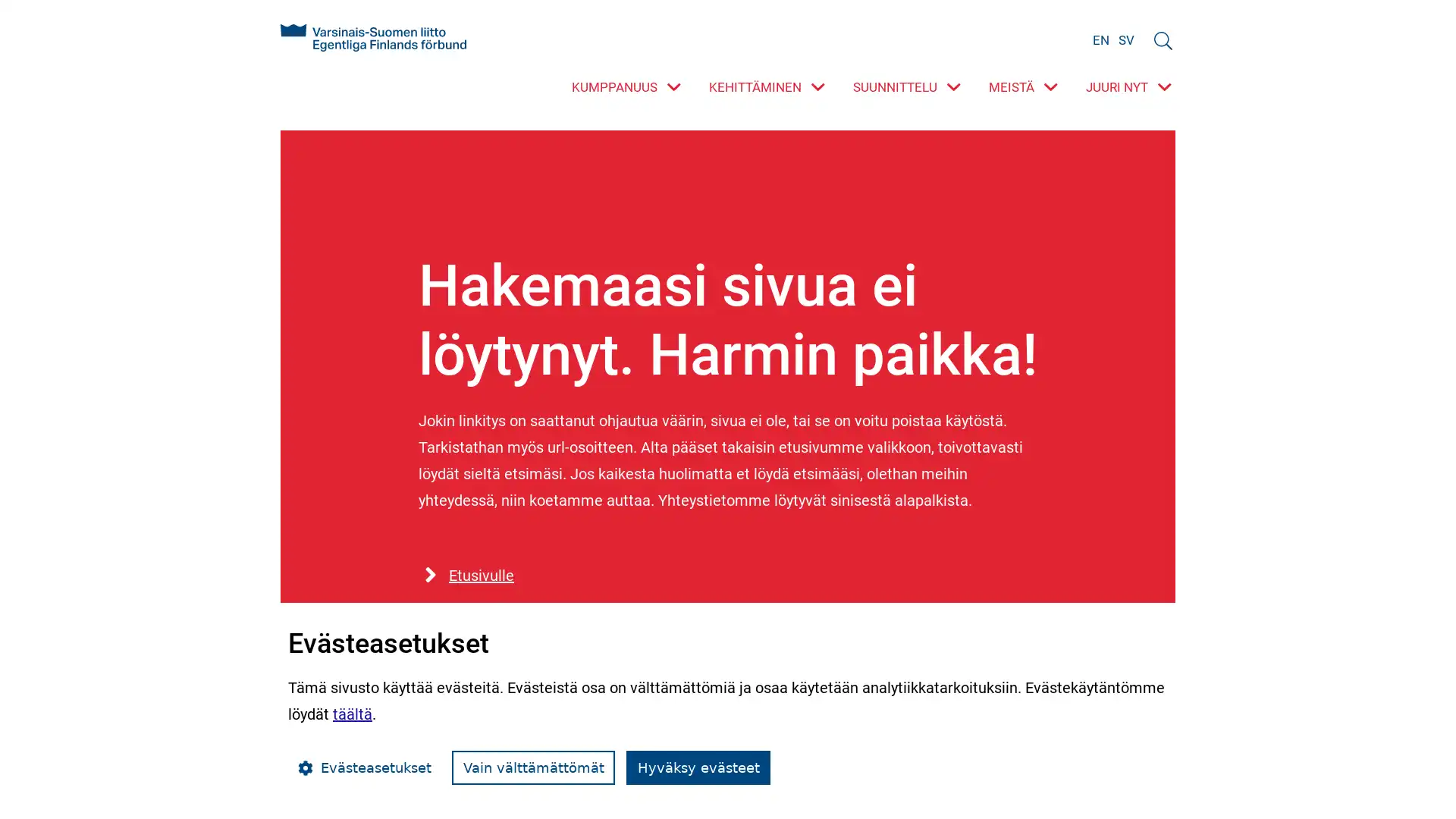 Image resolution: width=1456 pixels, height=819 pixels. Describe the element at coordinates (364, 767) in the screenshot. I see `Evasteasetukset` at that location.